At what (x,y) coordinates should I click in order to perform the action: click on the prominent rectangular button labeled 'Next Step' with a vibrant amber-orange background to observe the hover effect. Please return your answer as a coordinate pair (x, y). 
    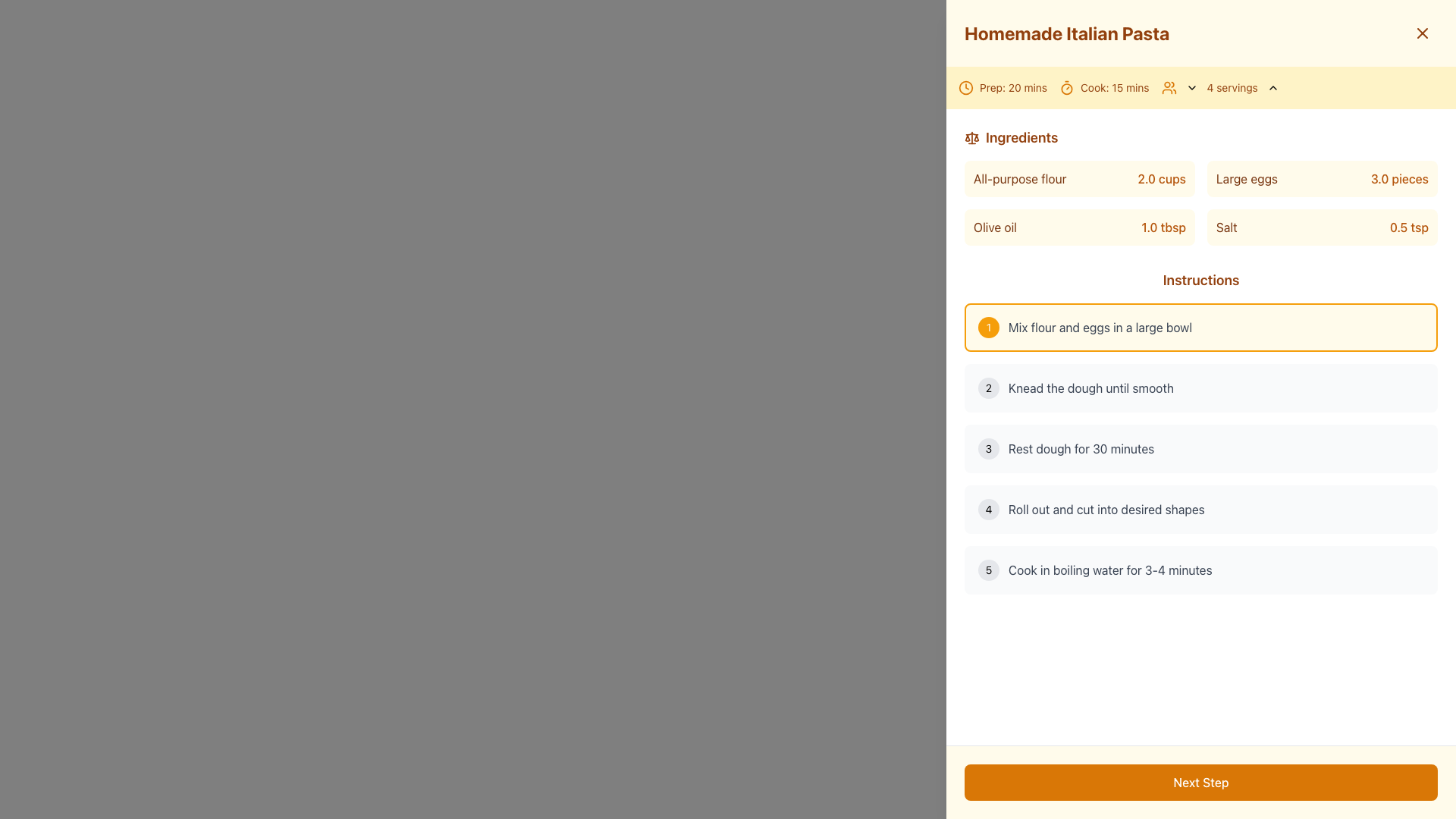
    Looking at the image, I should click on (1200, 783).